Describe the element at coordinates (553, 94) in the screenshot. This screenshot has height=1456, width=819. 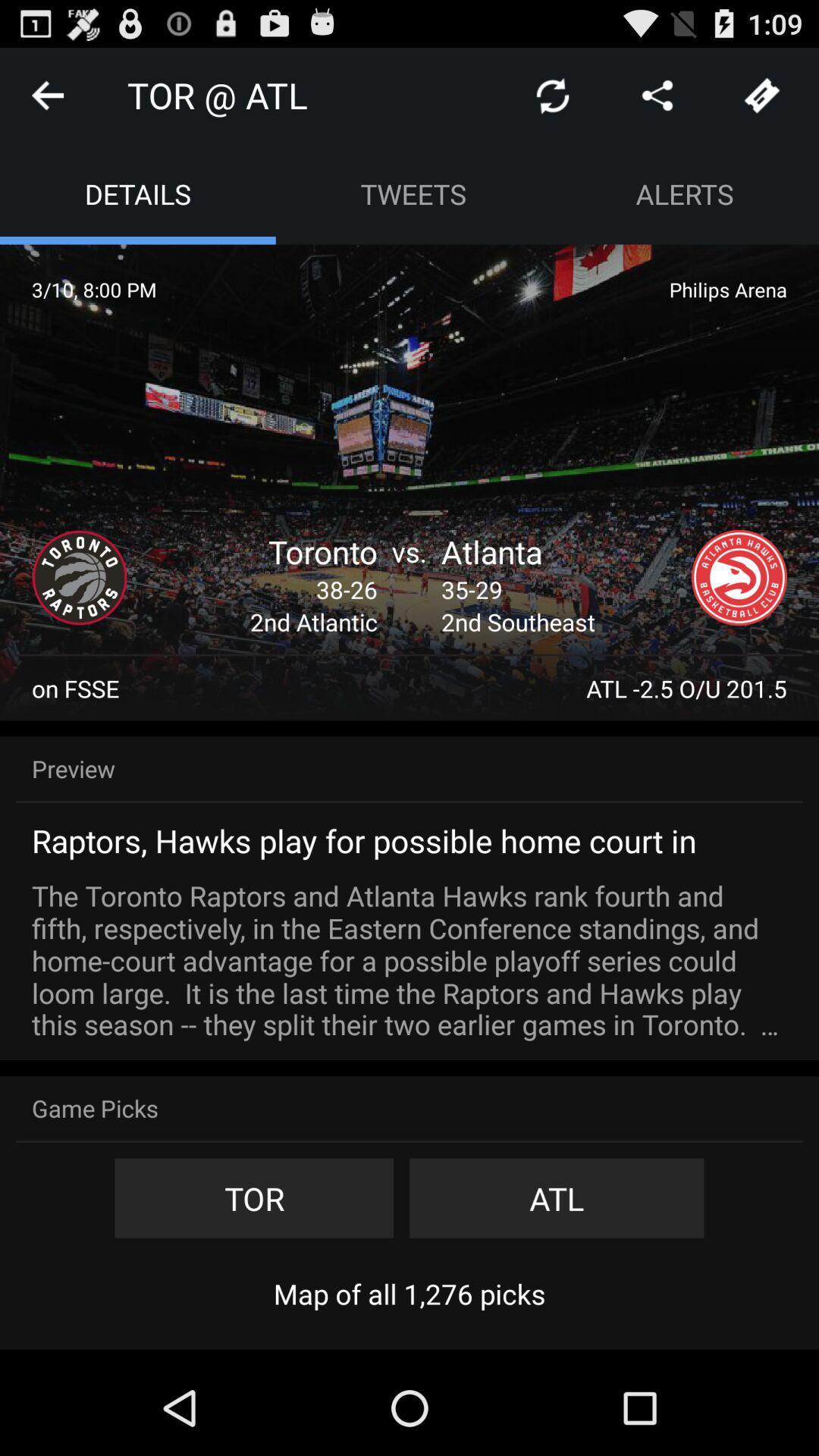
I see `refresh` at that location.